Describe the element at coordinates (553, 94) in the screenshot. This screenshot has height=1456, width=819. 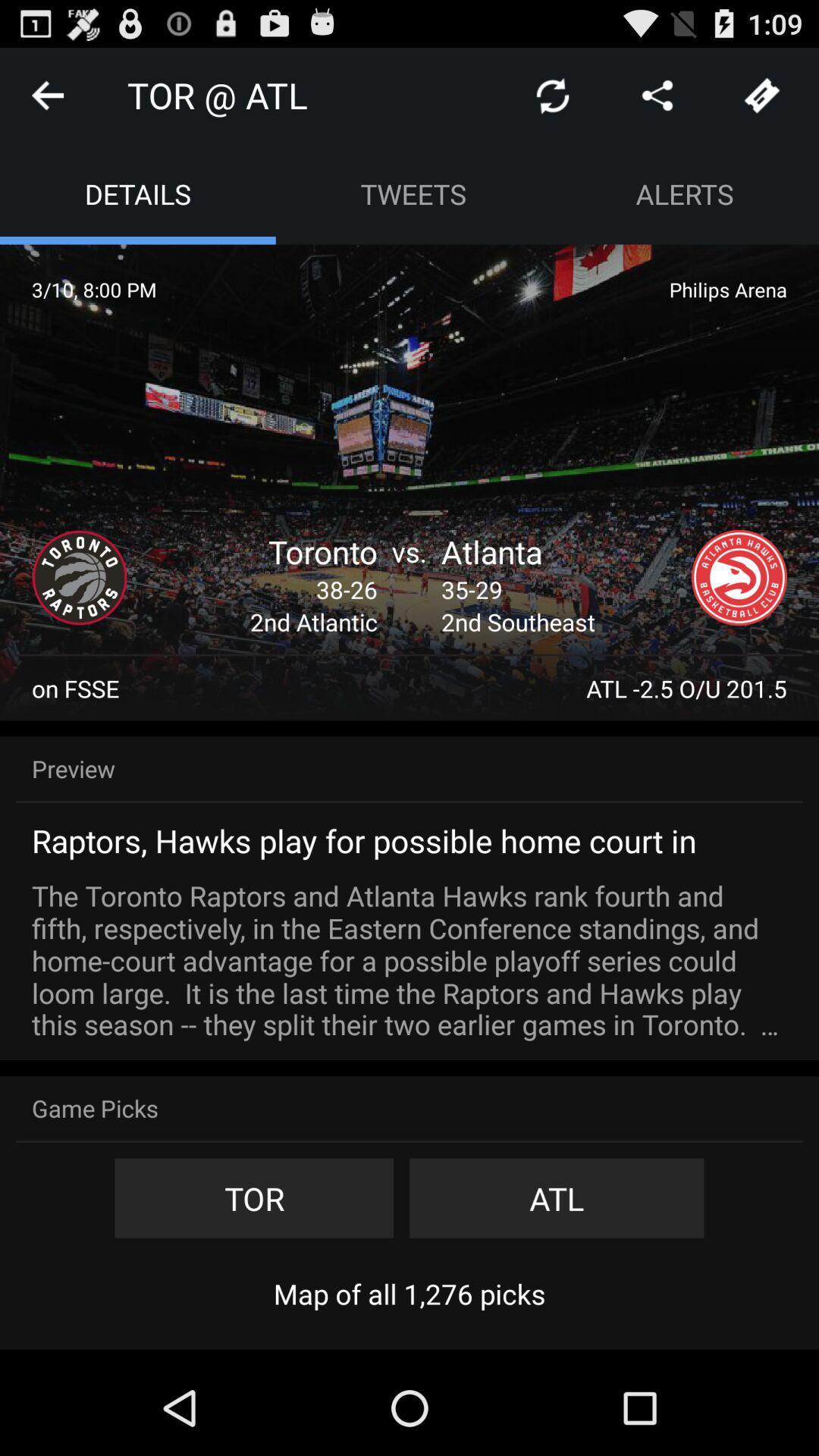
I see `refresh` at that location.